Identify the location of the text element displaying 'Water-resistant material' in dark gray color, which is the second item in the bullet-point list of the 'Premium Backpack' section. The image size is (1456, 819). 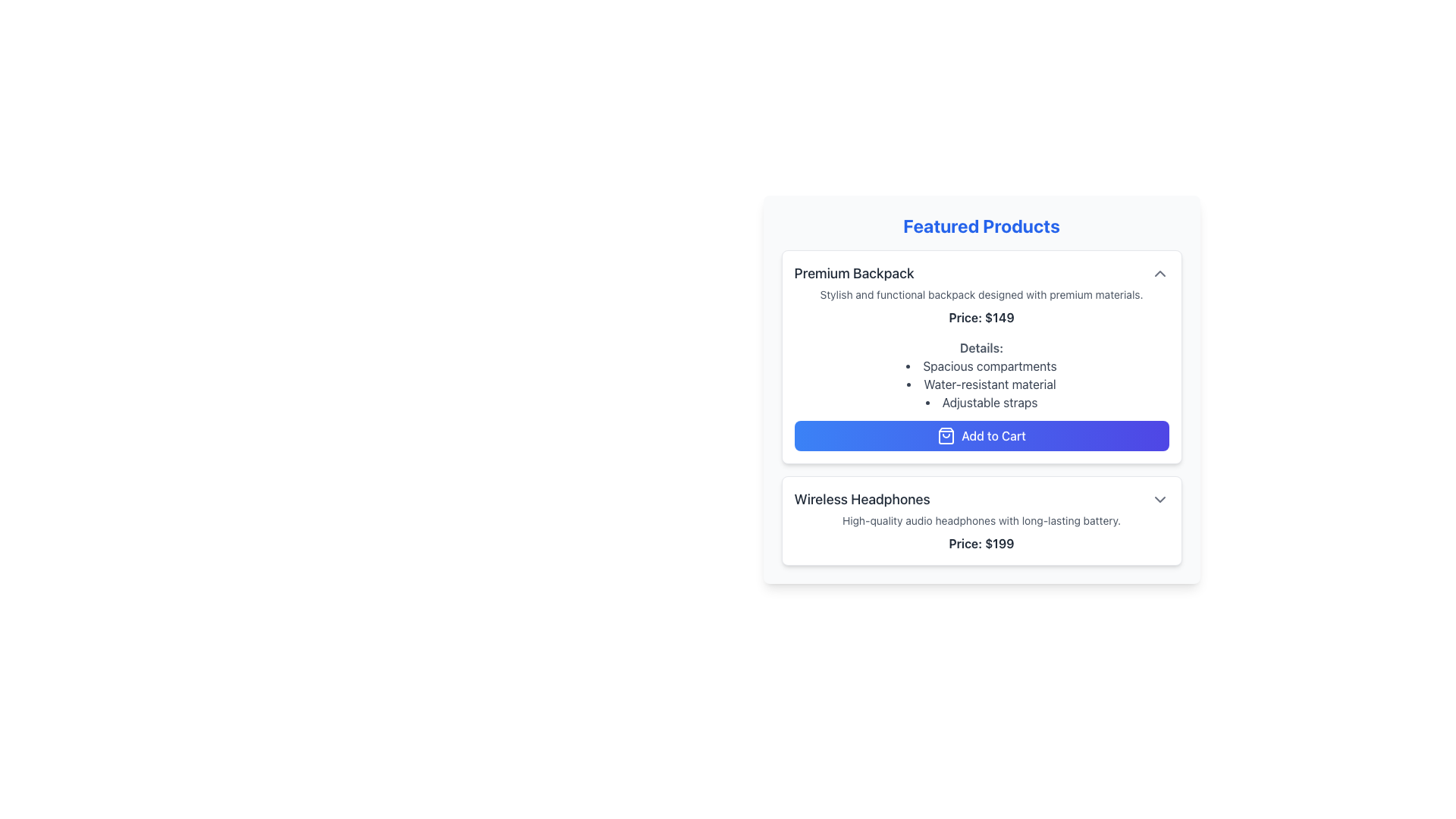
(981, 383).